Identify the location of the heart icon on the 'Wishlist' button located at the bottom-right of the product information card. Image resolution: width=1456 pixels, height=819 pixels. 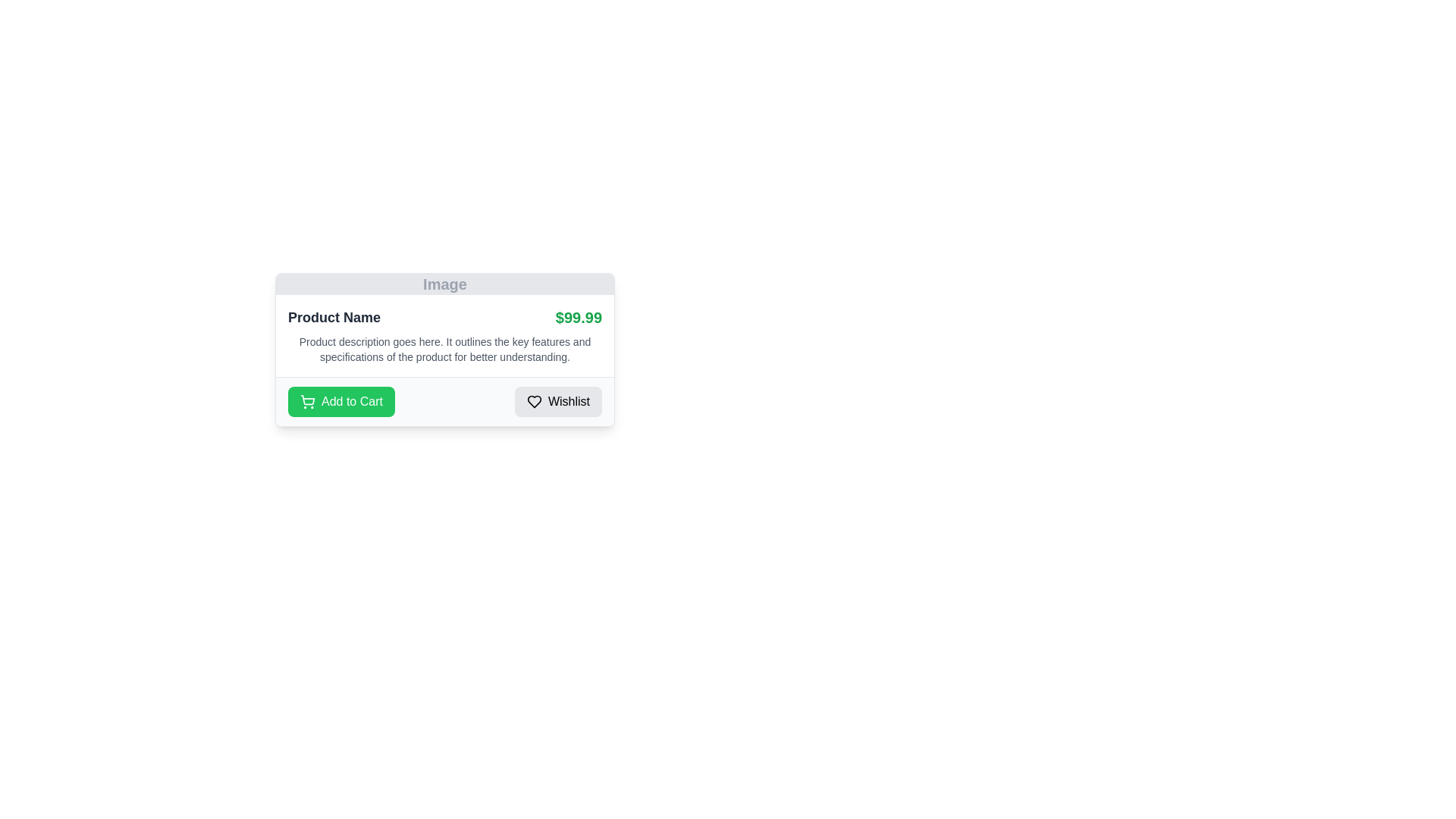
(534, 400).